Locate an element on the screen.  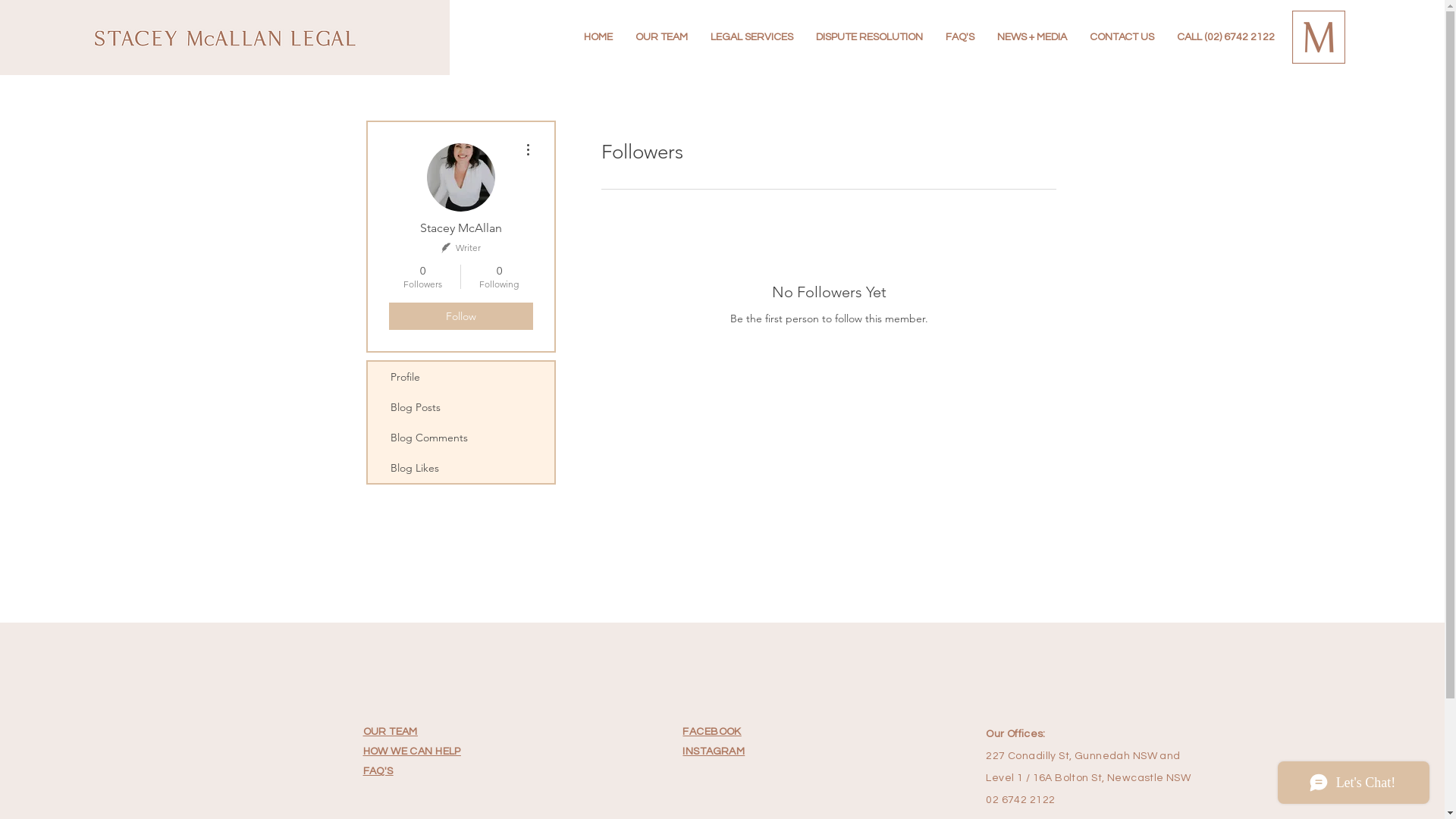
'Follow' is located at coordinates (459, 315).